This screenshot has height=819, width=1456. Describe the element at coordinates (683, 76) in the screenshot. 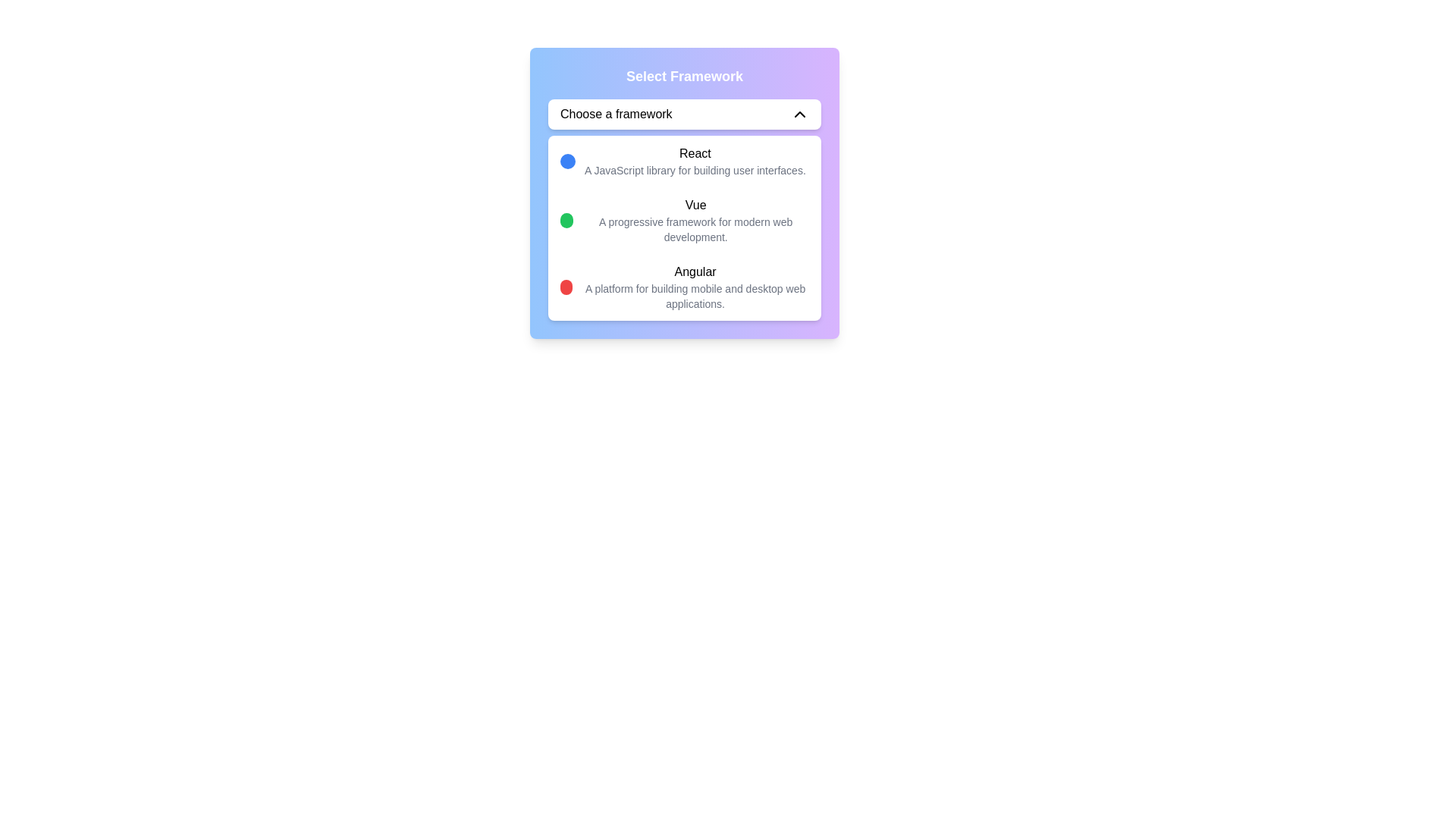

I see `the text label 'Select Framework' which is prominently displayed in white, bold font at the top of a card UI component with a gradient background` at that location.